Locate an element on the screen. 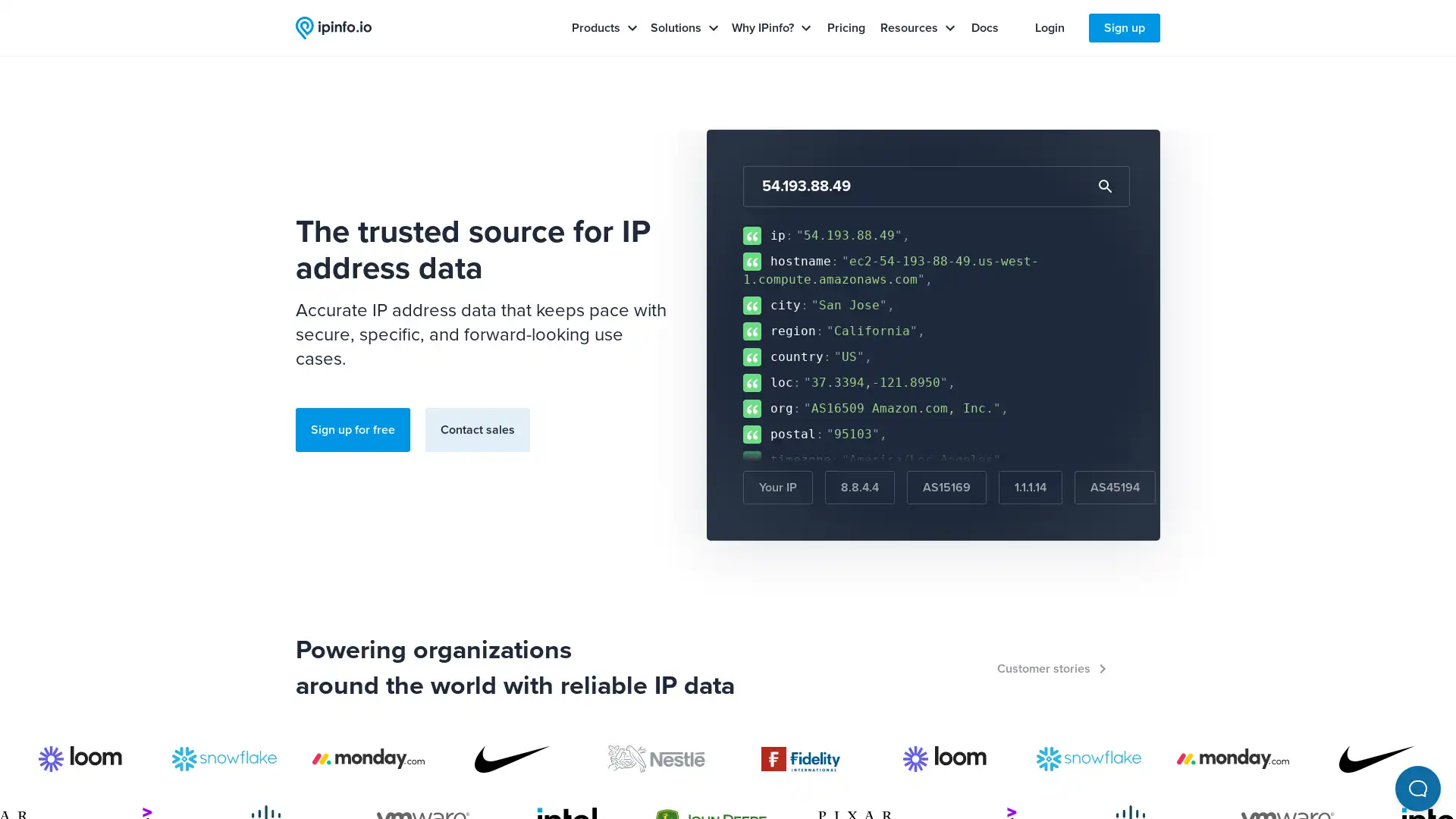  AS15169 is located at coordinates (946, 488).